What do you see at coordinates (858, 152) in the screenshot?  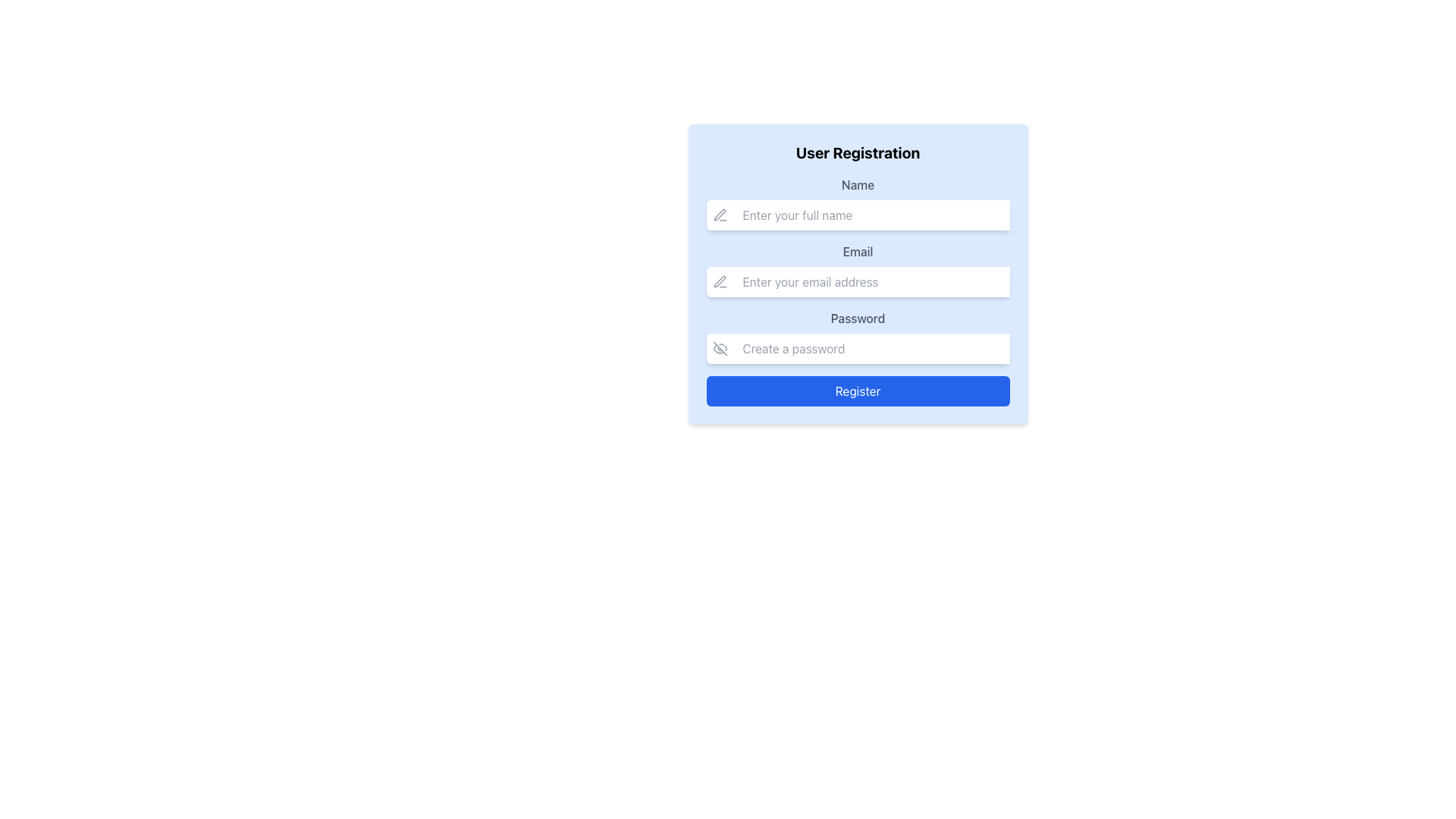 I see `the Static Text Label that serves as the header for the registration form, positioned at the top of the form above the fields for 'Name', 'Email', and 'Password'` at bounding box center [858, 152].